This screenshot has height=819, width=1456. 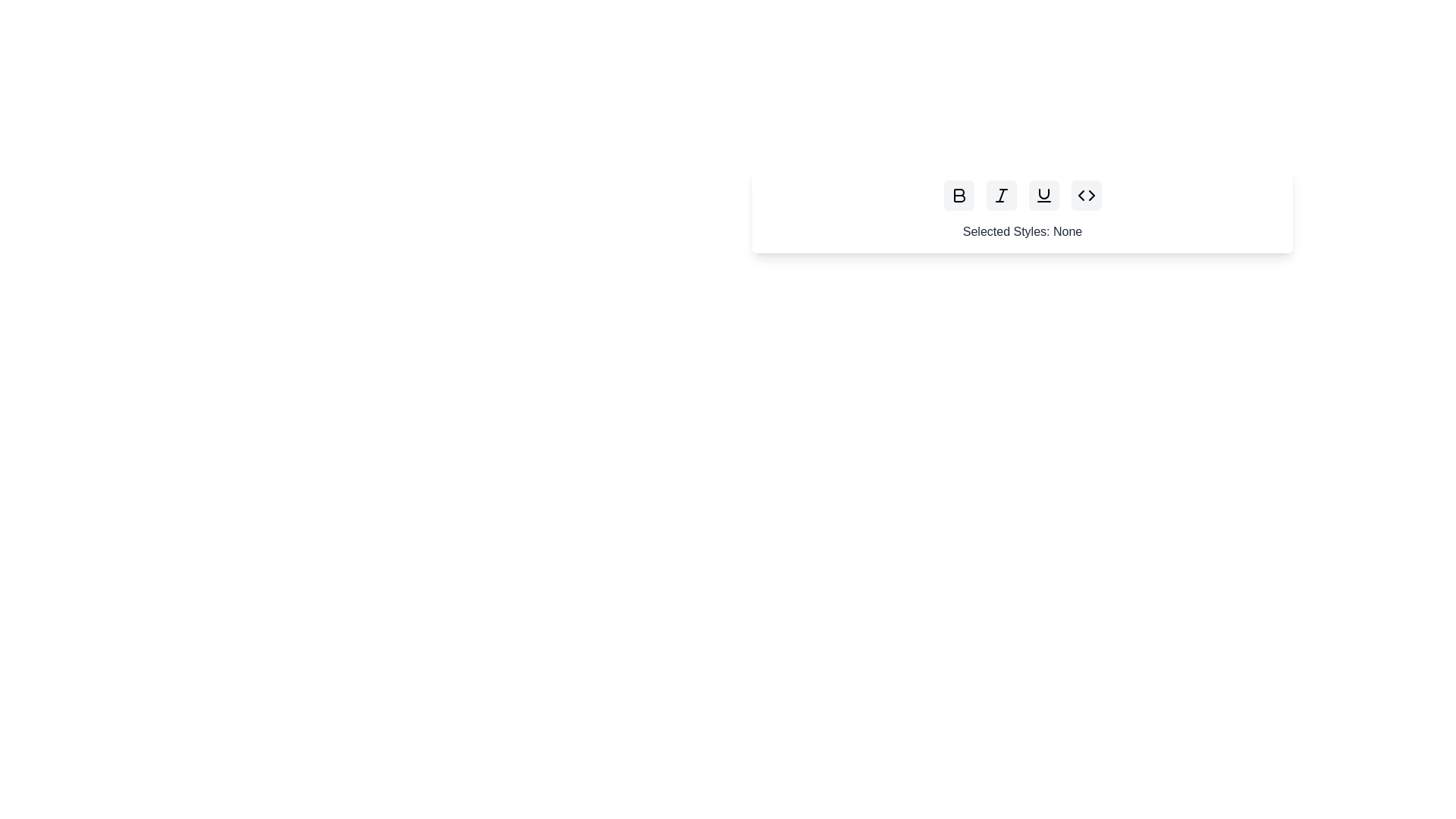 What do you see at coordinates (958, 195) in the screenshot?
I see `the Bold style button to toggle the Bold style` at bounding box center [958, 195].